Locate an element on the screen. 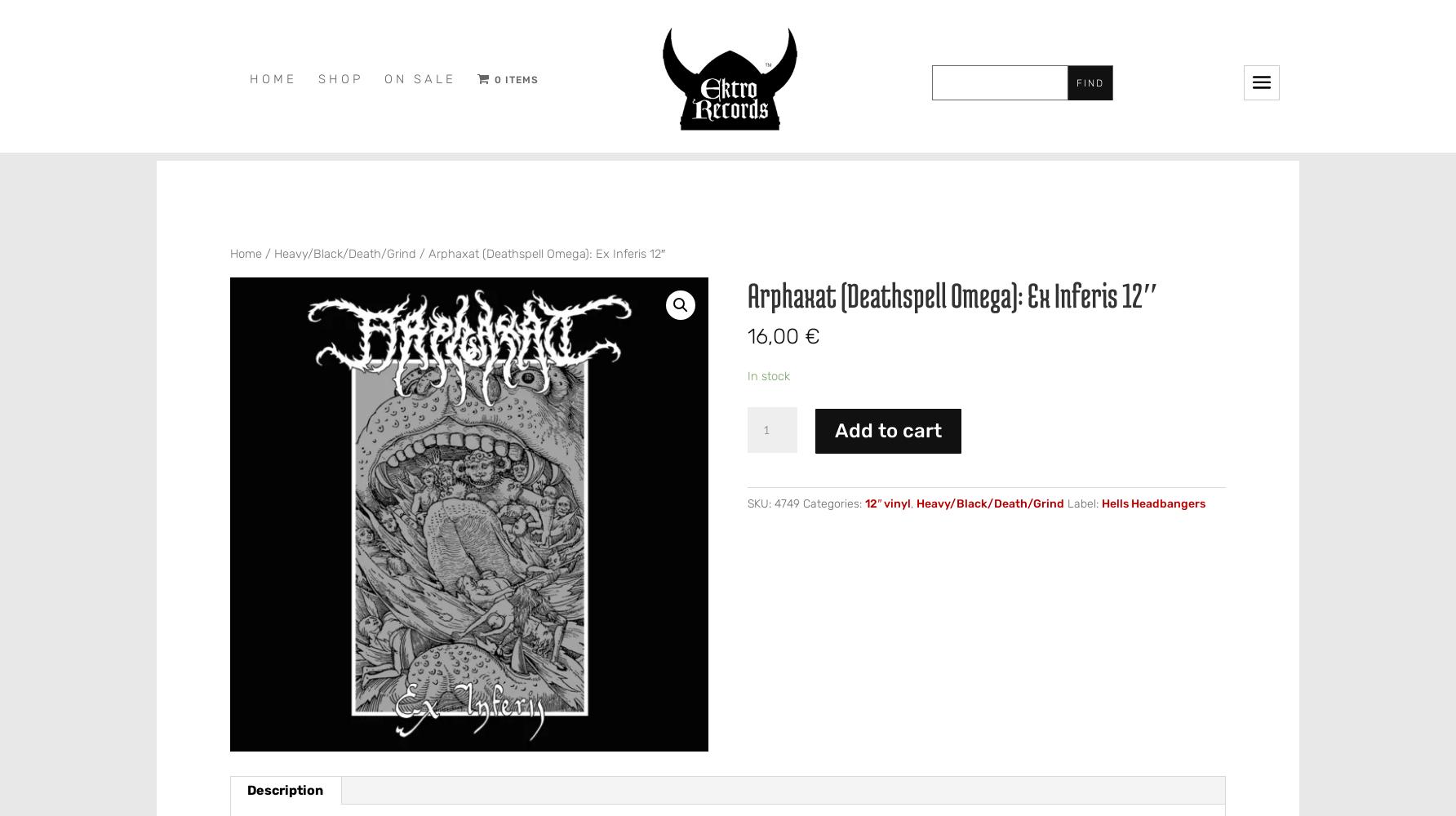 This screenshot has width=1456, height=816. '/' is located at coordinates (268, 254).